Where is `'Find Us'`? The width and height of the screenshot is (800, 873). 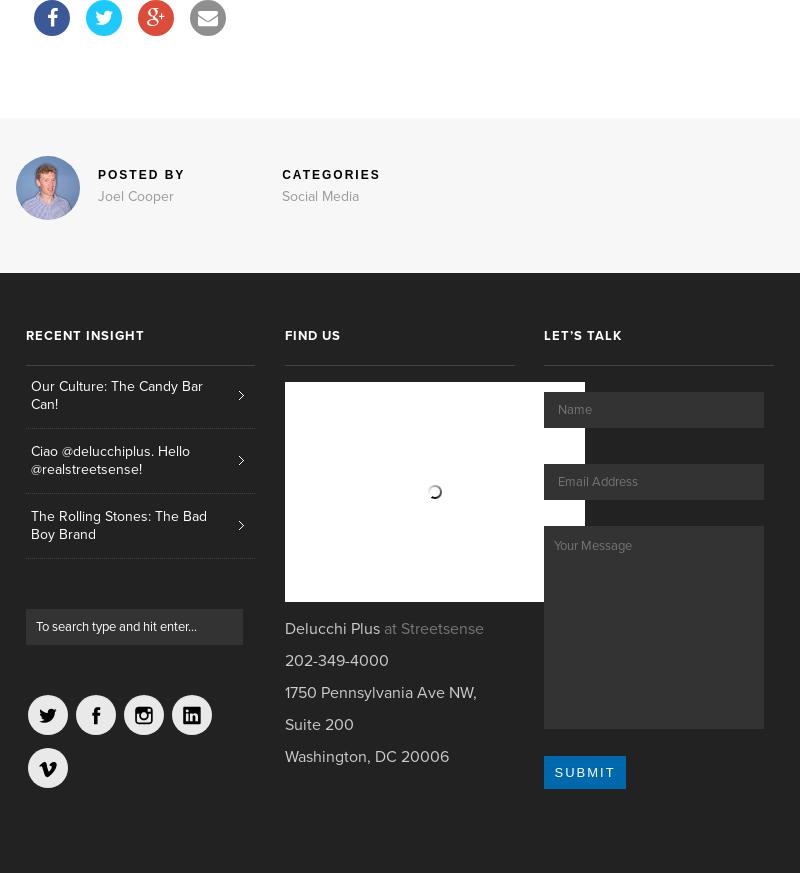
'Find Us' is located at coordinates (311, 336).